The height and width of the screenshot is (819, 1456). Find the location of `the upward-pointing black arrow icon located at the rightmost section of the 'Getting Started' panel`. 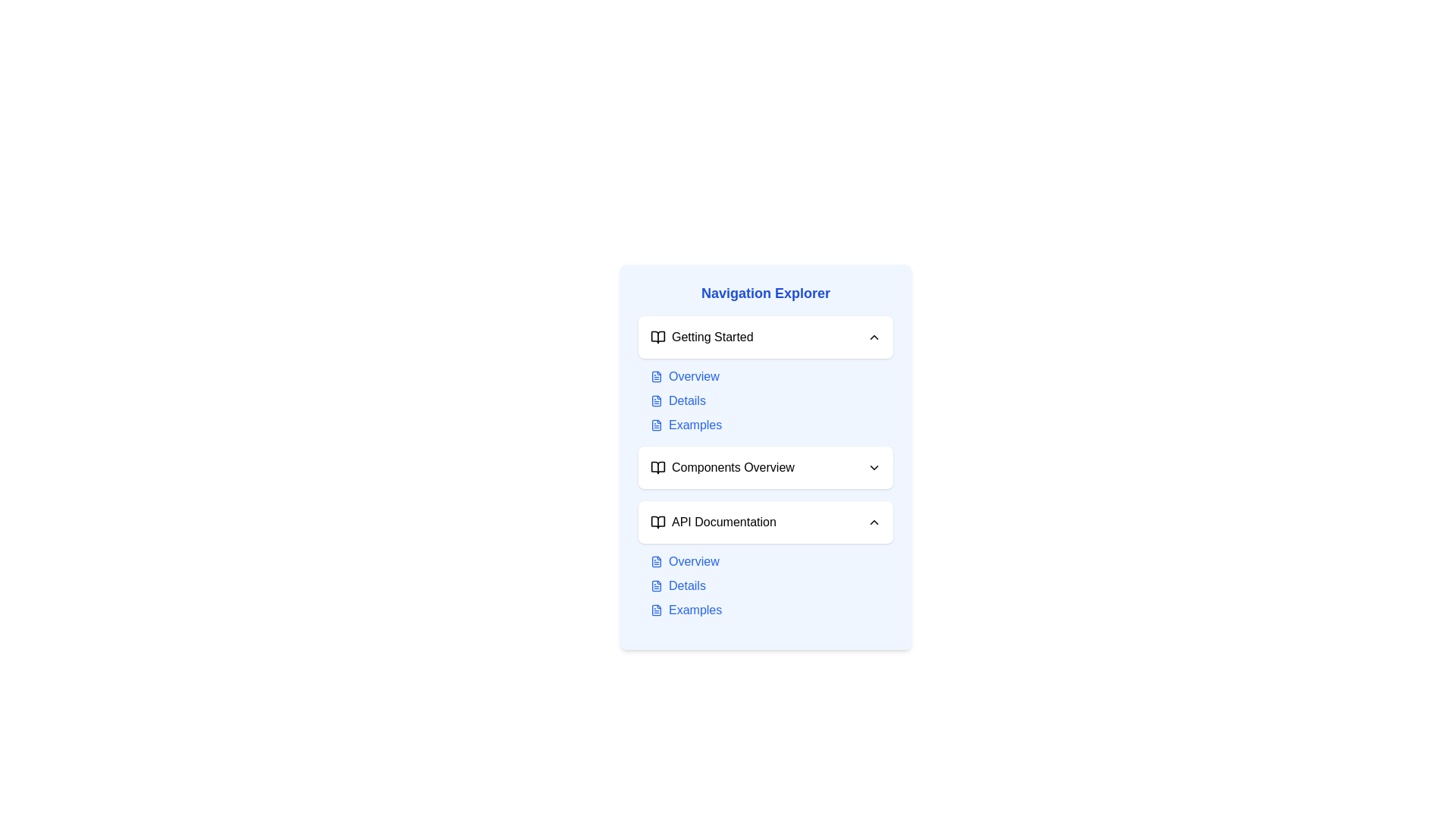

the upward-pointing black arrow icon located at the rightmost section of the 'Getting Started' panel is located at coordinates (874, 336).